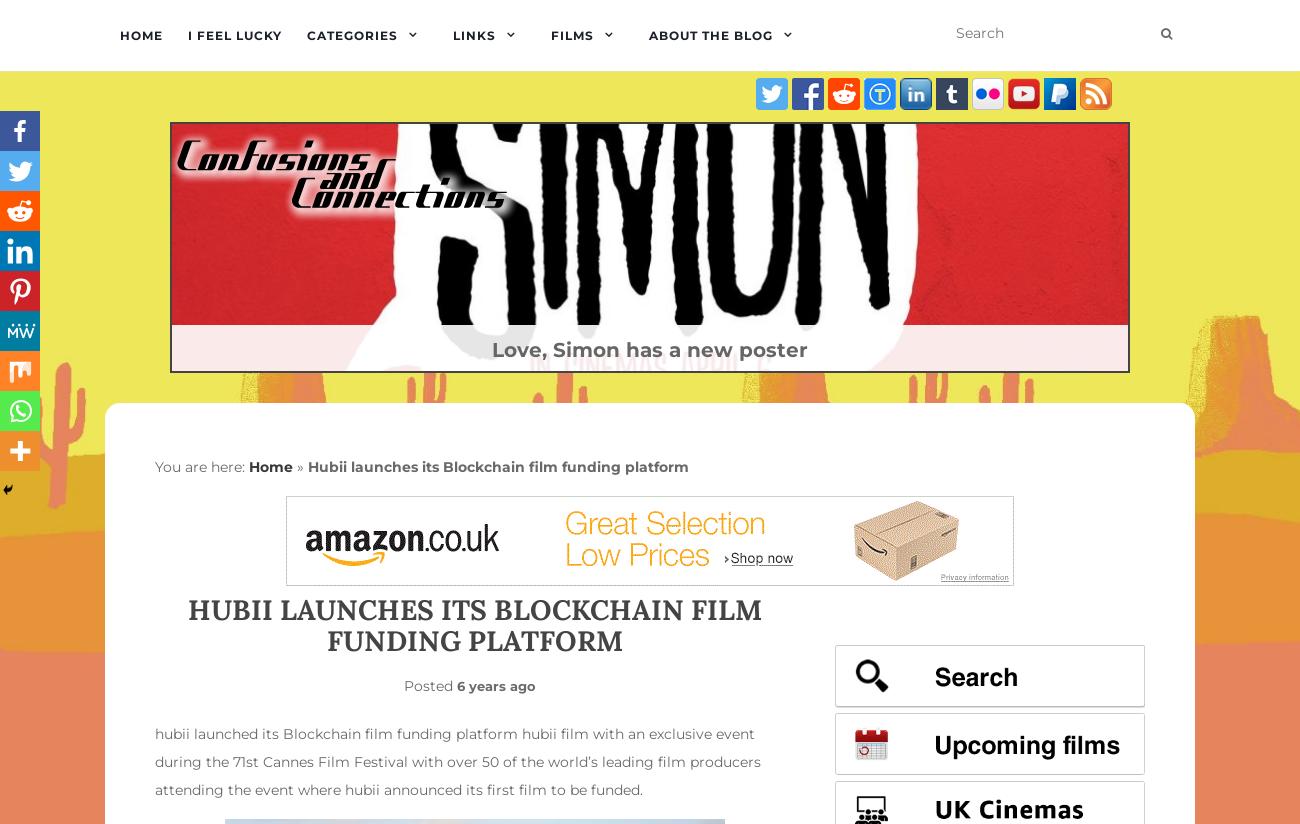 The width and height of the screenshot is (1300, 824). Describe the element at coordinates (351, 35) in the screenshot. I see `'Categories'` at that location.